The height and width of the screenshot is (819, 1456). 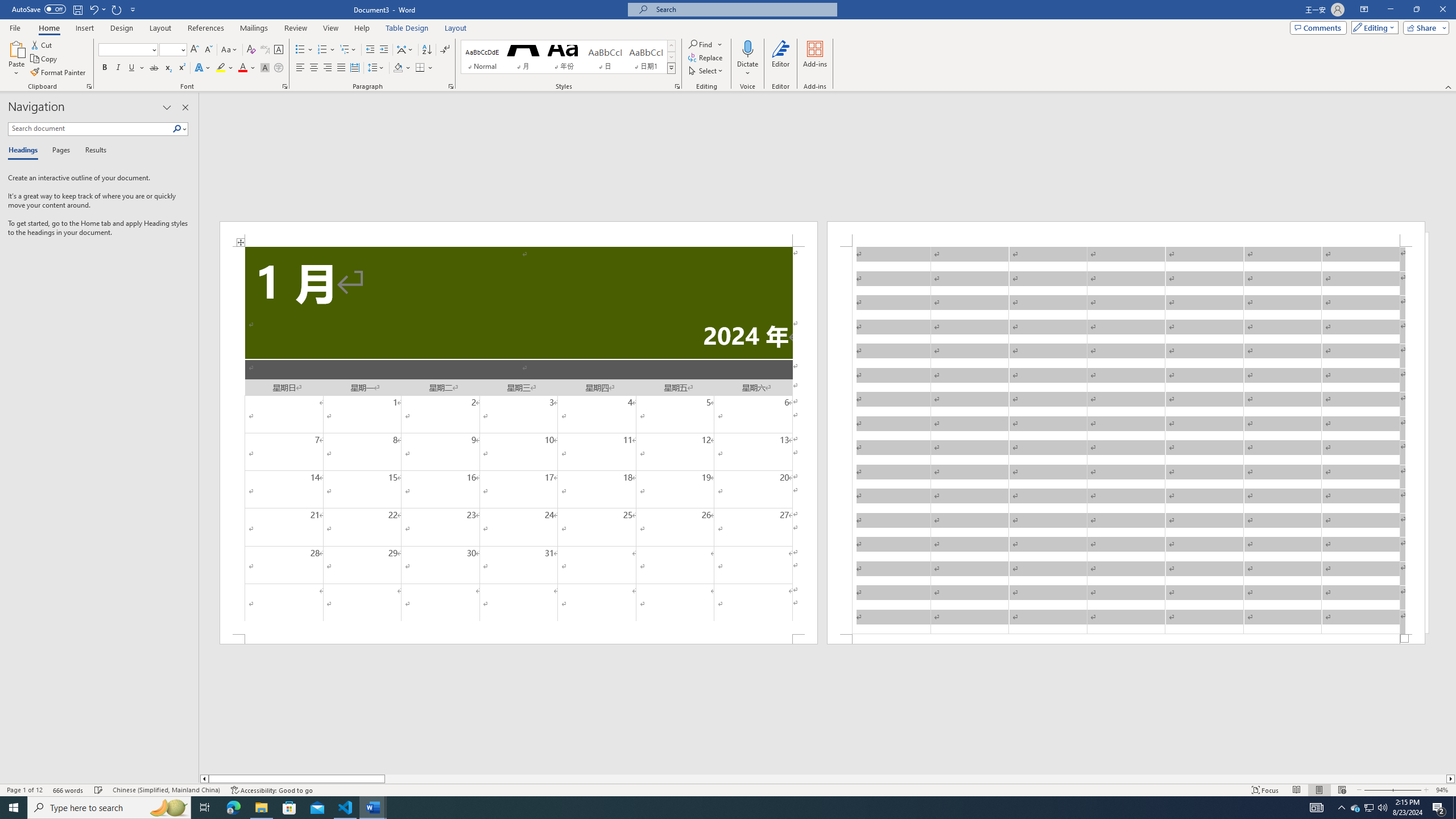 I want to click on 'Character Shading', so click(x=264, y=67).